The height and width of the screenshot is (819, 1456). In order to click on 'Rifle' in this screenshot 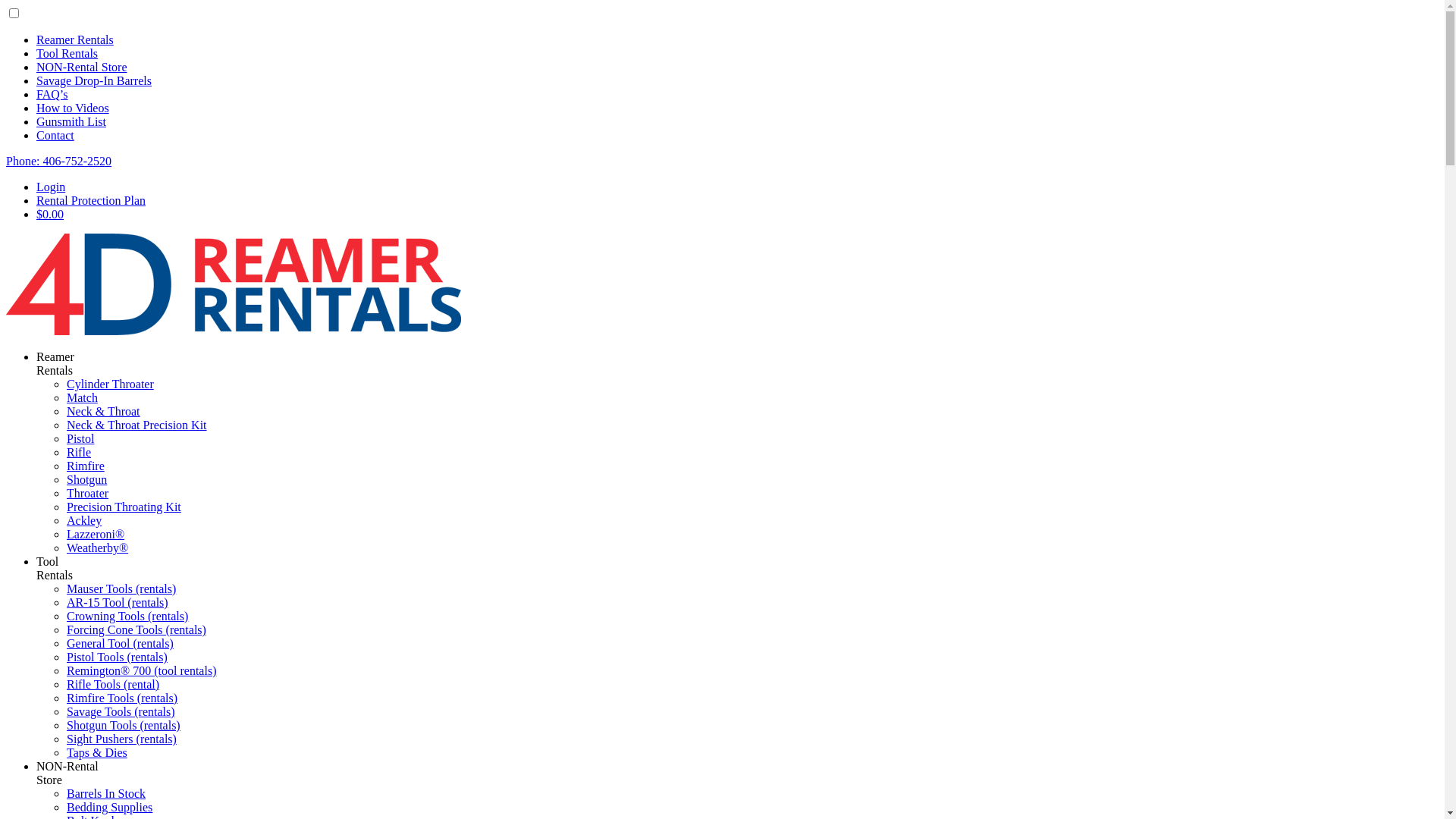, I will do `click(78, 451)`.